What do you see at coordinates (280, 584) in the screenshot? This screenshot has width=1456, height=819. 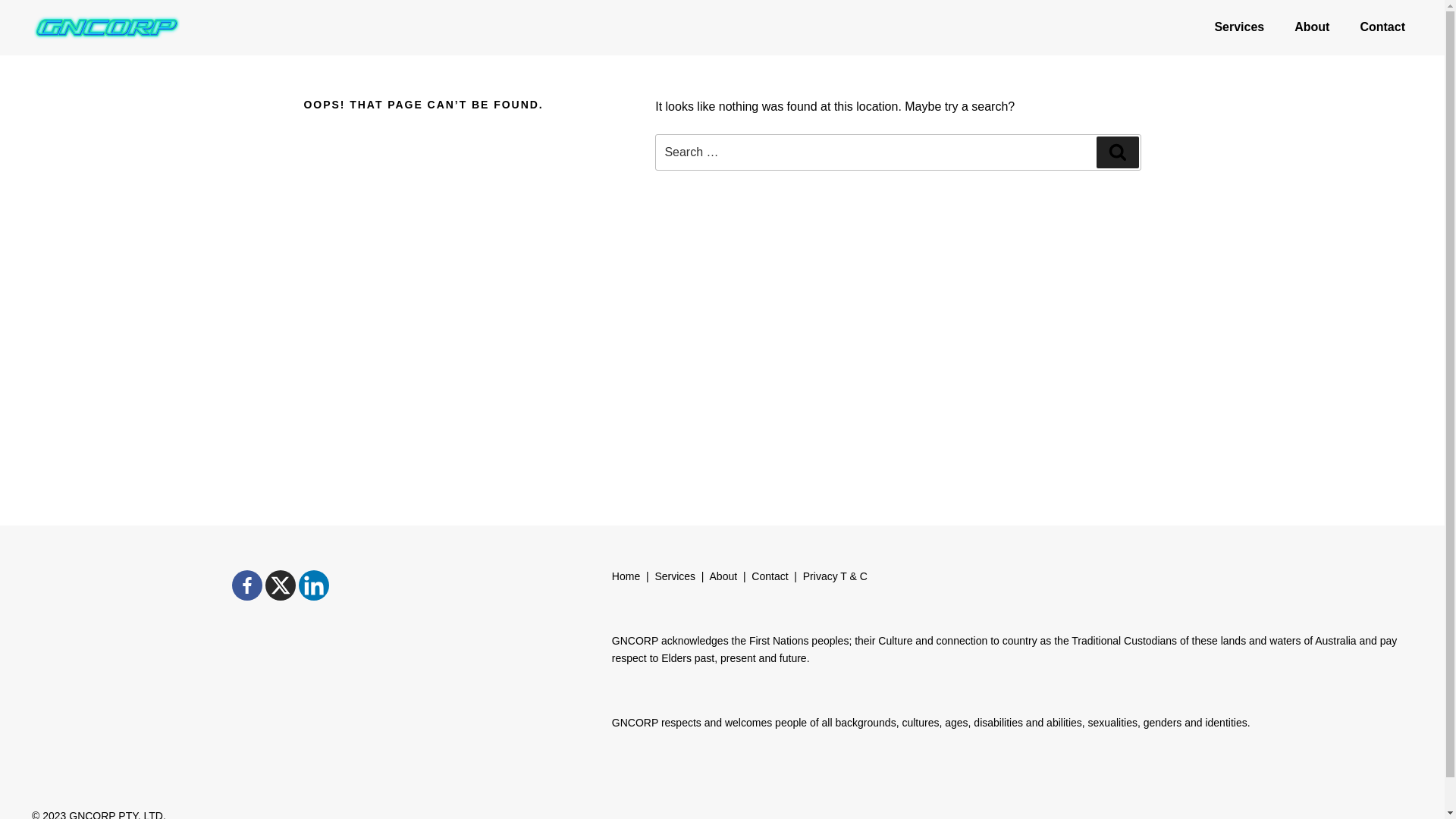 I see `'X'` at bounding box center [280, 584].